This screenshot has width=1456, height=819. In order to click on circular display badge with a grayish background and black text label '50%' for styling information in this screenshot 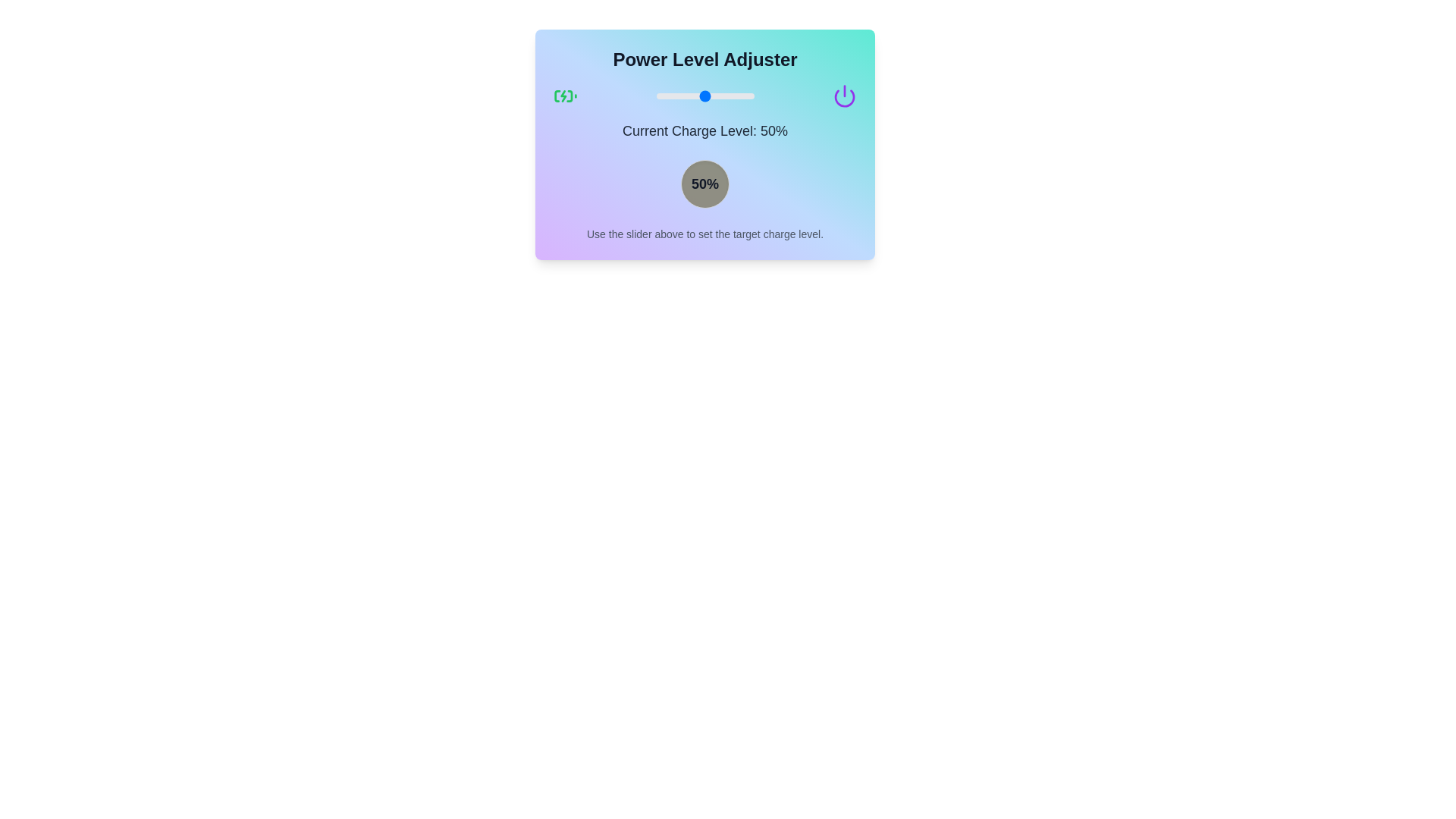, I will do `click(704, 184)`.